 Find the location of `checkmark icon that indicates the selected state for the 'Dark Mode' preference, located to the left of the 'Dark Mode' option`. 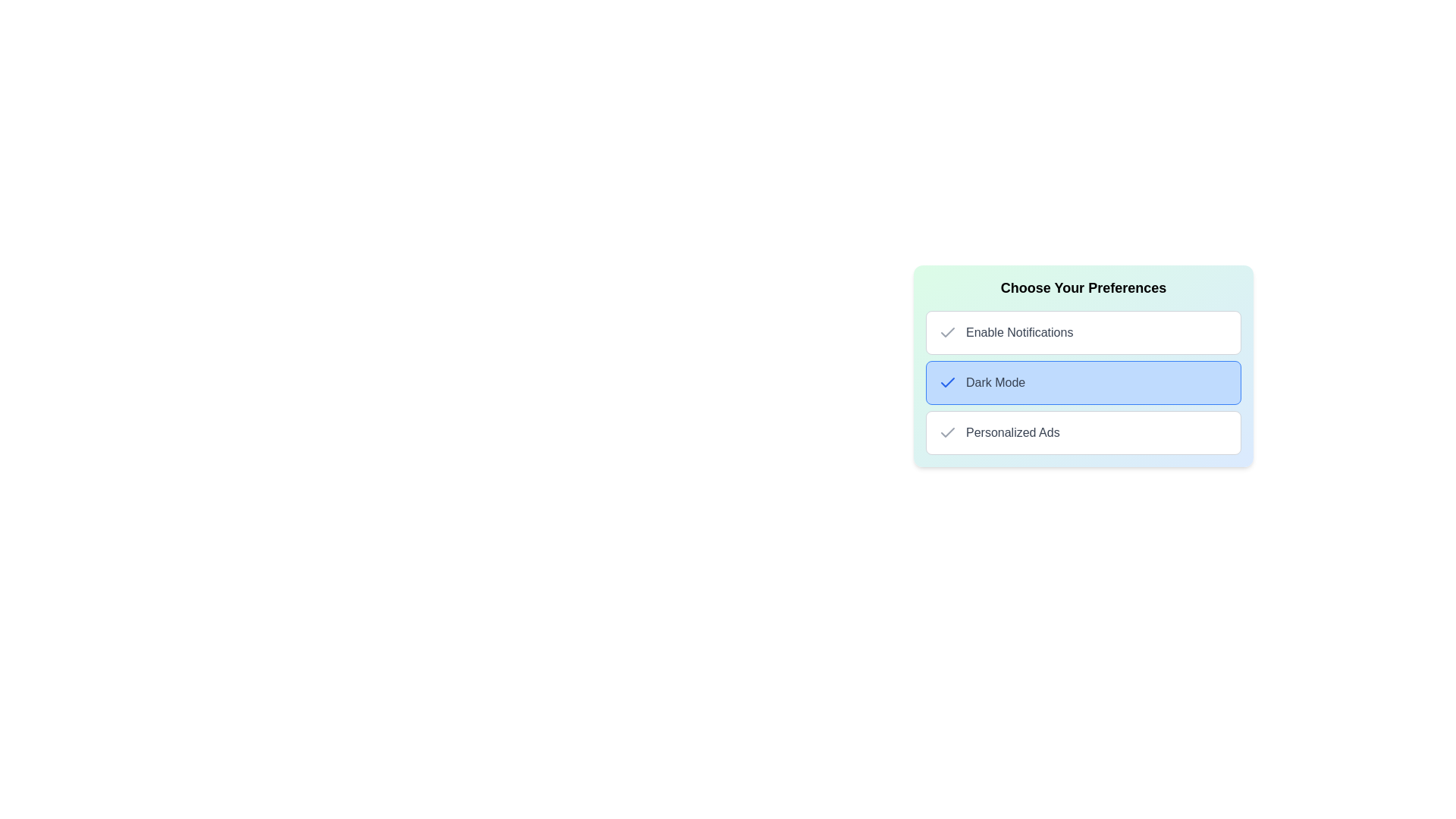

checkmark icon that indicates the selected state for the 'Dark Mode' preference, located to the left of the 'Dark Mode' option is located at coordinates (946, 382).